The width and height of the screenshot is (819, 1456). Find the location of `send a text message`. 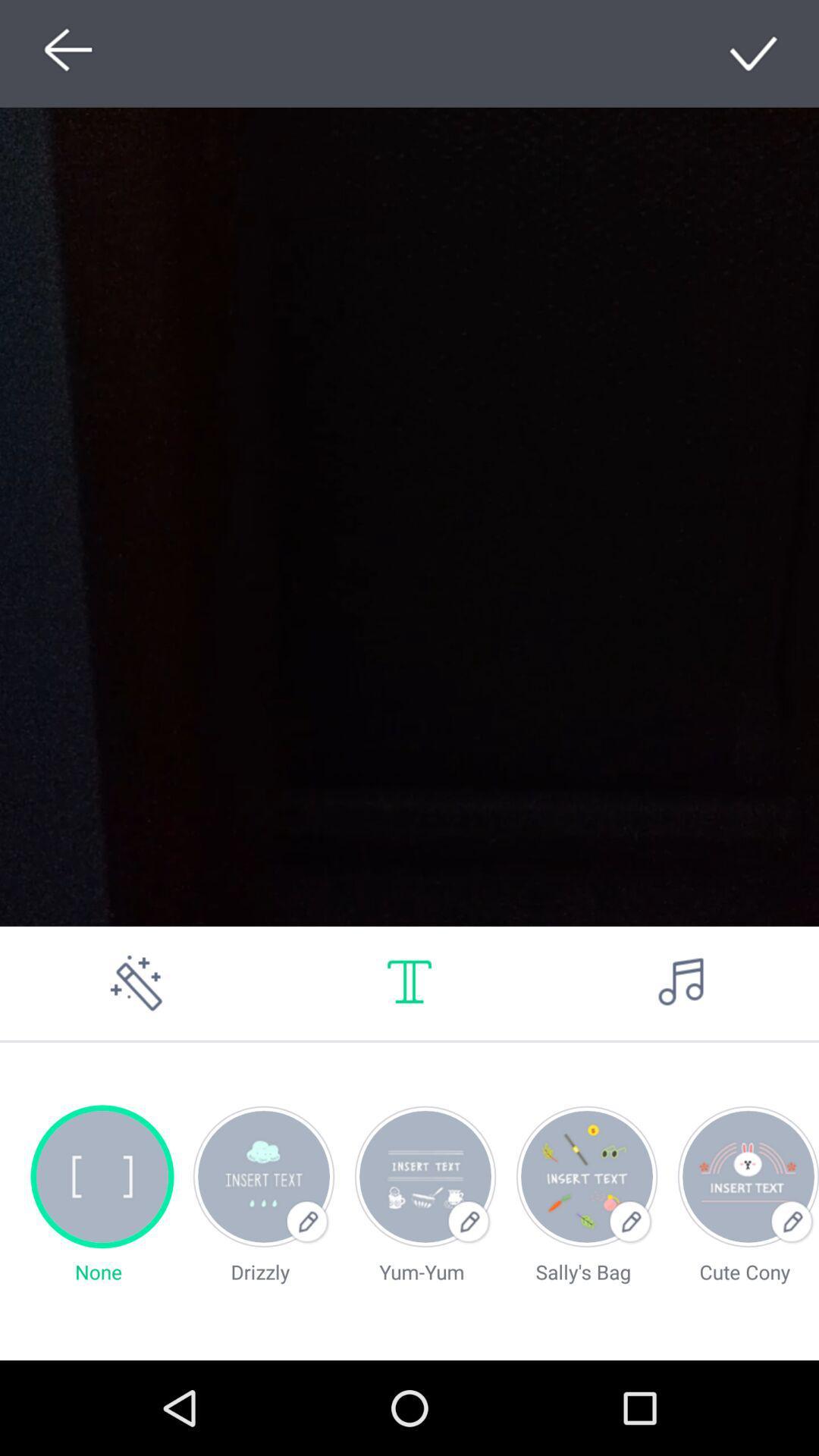

send a text message is located at coordinates (409, 983).